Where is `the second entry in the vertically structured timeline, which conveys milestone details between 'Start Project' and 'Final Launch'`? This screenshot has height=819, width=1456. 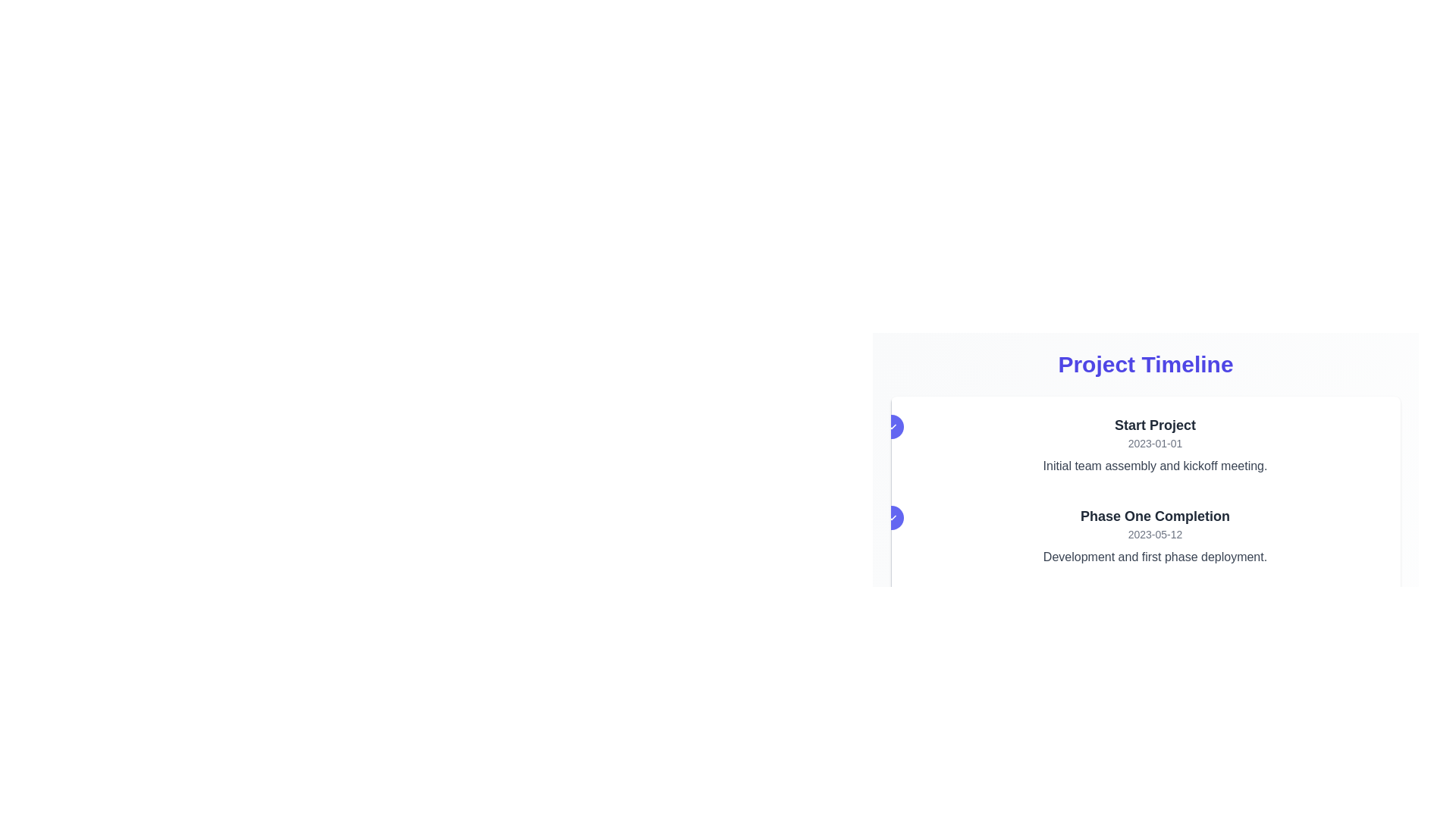 the second entry in the vertically structured timeline, which conveys milestone details between 'Start Project' and 'Final Launch' is located at coordinates (1154, 535).